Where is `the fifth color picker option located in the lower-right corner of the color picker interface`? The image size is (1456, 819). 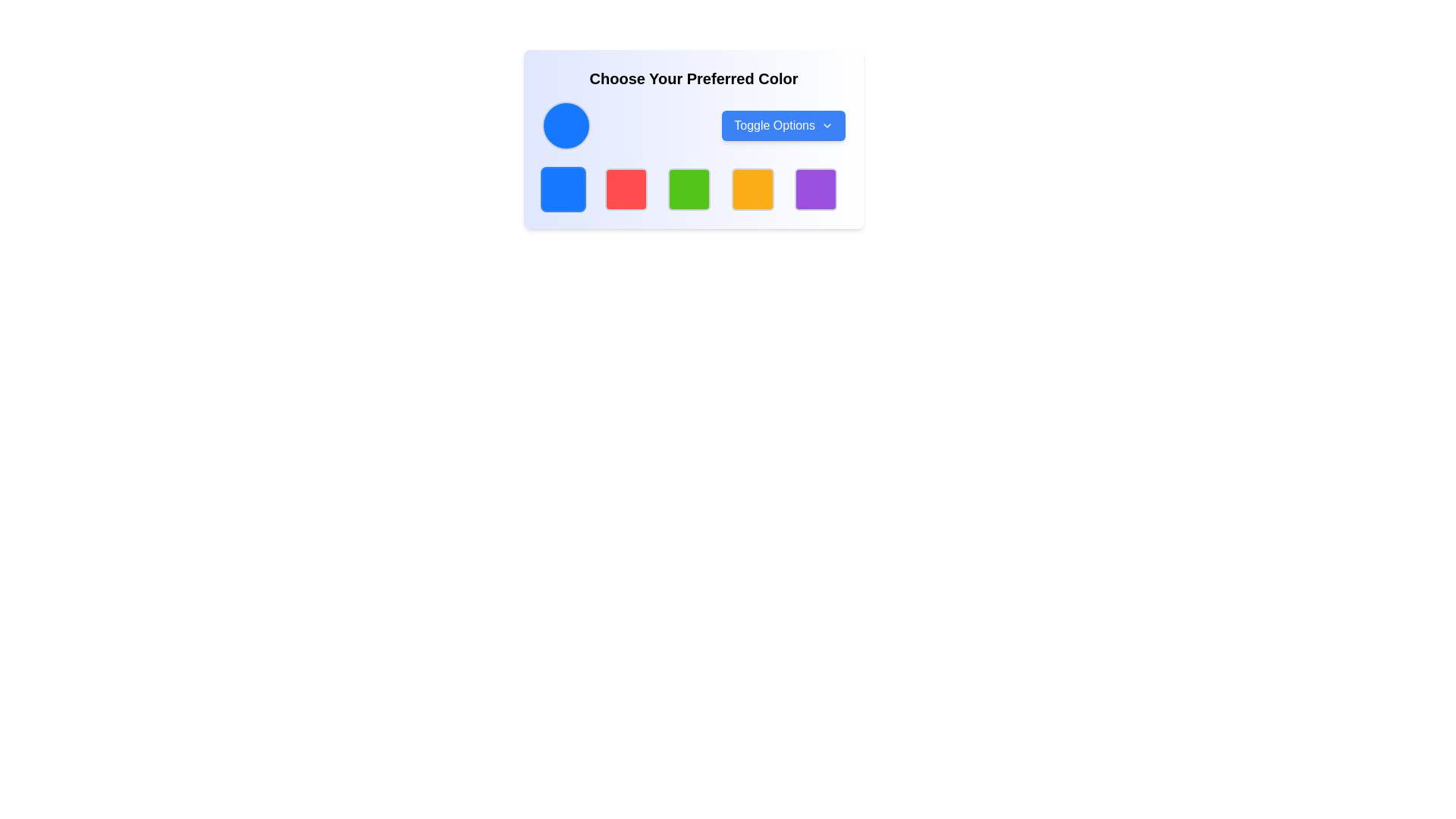 the fifth color picker option located in the lower-right corner of the color picker interface is located at coordinates (814, 189).